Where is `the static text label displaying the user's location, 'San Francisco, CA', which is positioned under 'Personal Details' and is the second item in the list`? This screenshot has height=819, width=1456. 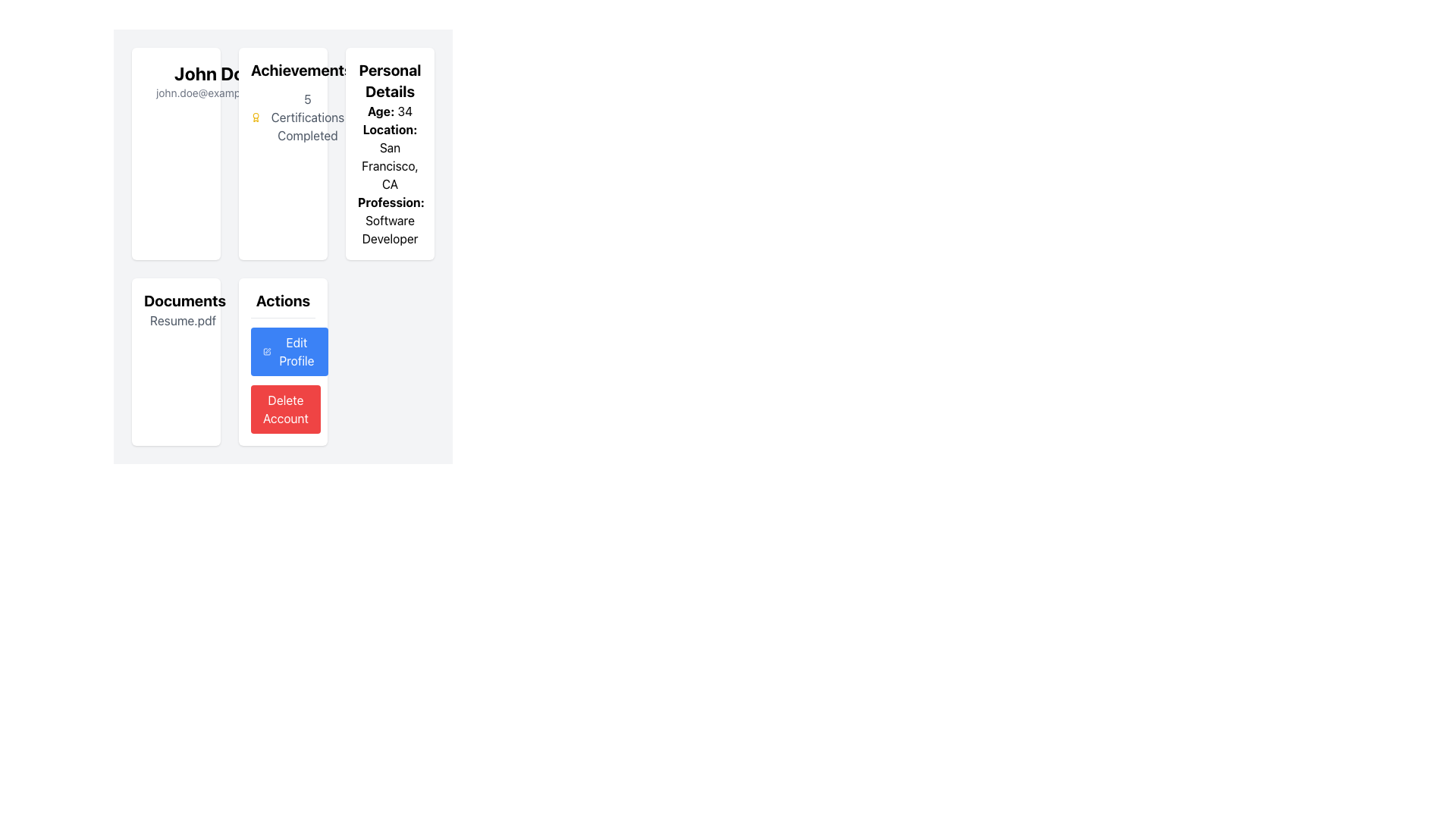
the static text label displaying the user's location, 'San Francisco, CA', which is positioned under 'Personal Details' and is the second item in the list is located at coordinates (390, 157).